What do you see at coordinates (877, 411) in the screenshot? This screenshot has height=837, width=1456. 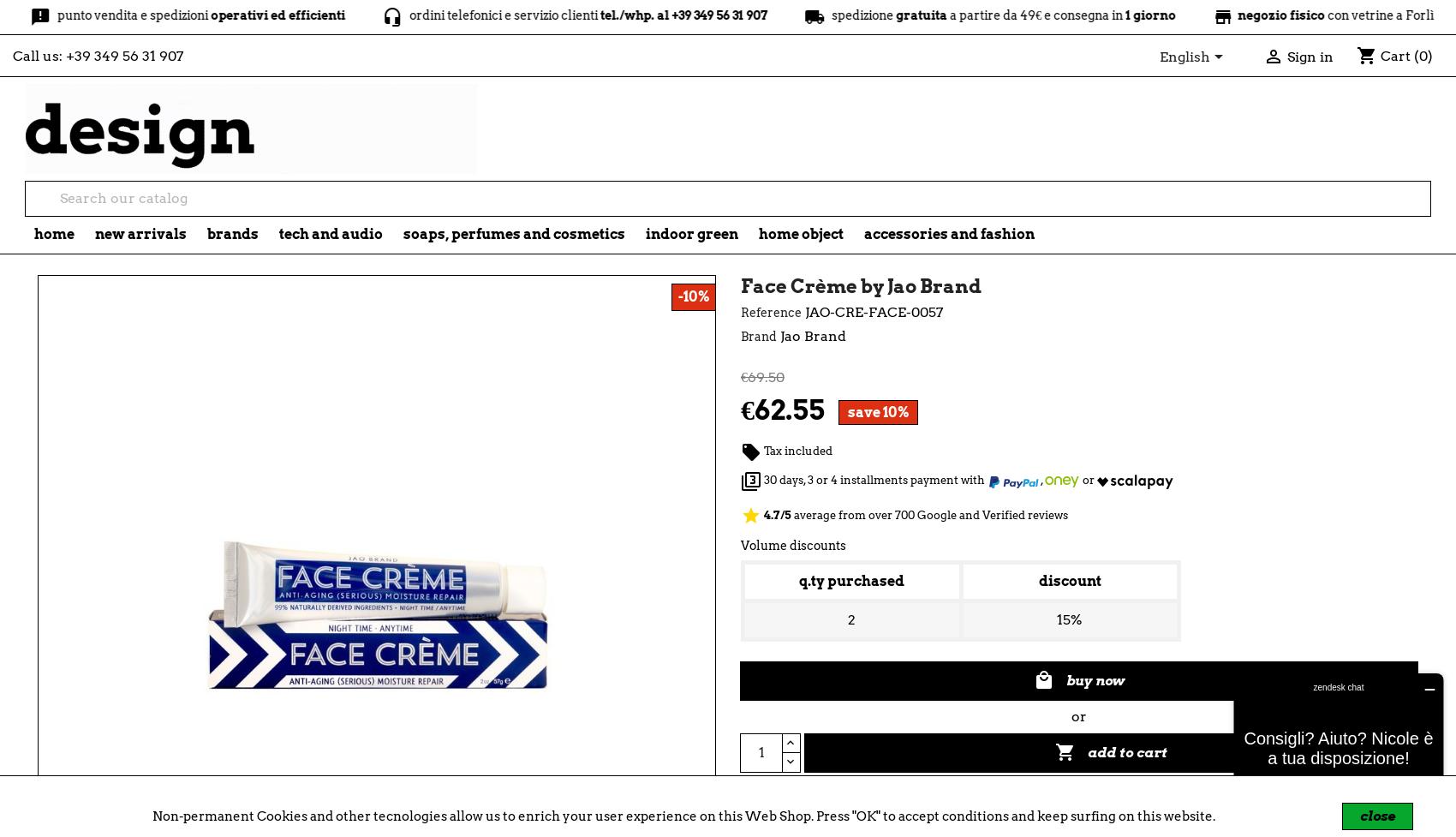 I see `'Save 10%'` at bounding box center [877, 411].